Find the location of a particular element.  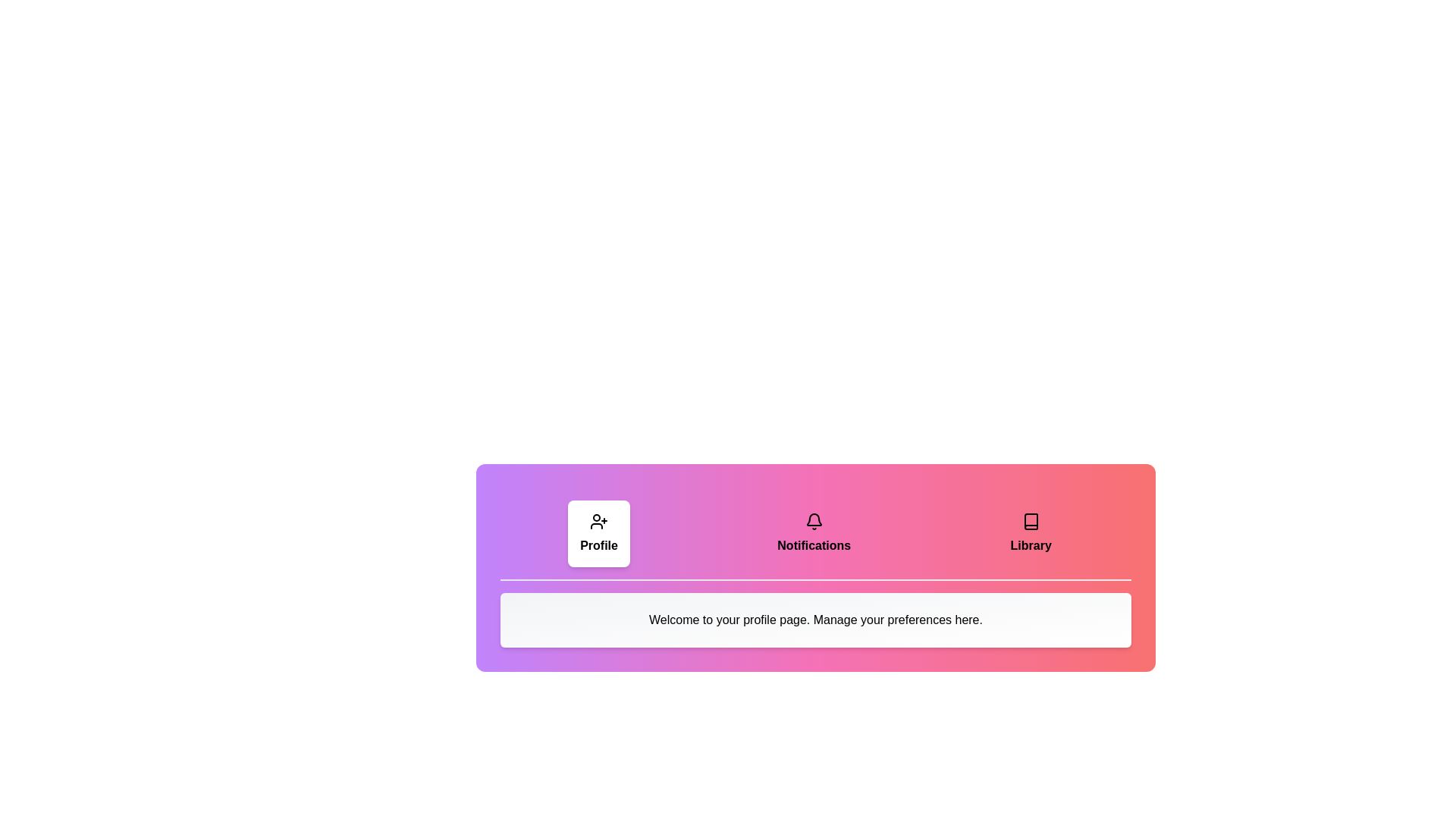

the tab labeled Library to observe the scaling effect is located at coordinates (1031, 533).